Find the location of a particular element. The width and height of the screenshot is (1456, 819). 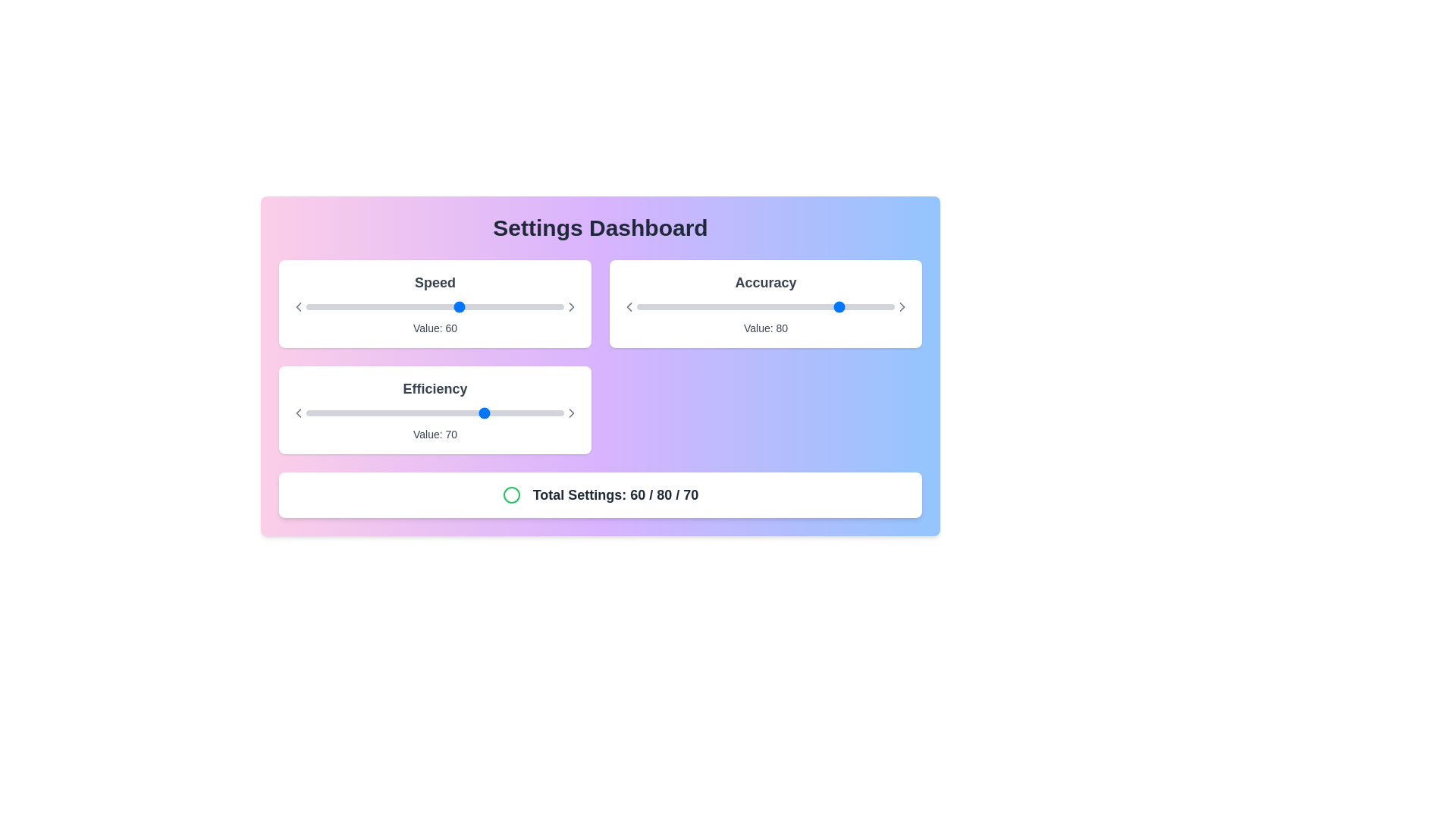

the accuracy slider is located at coordinates (735, 307).